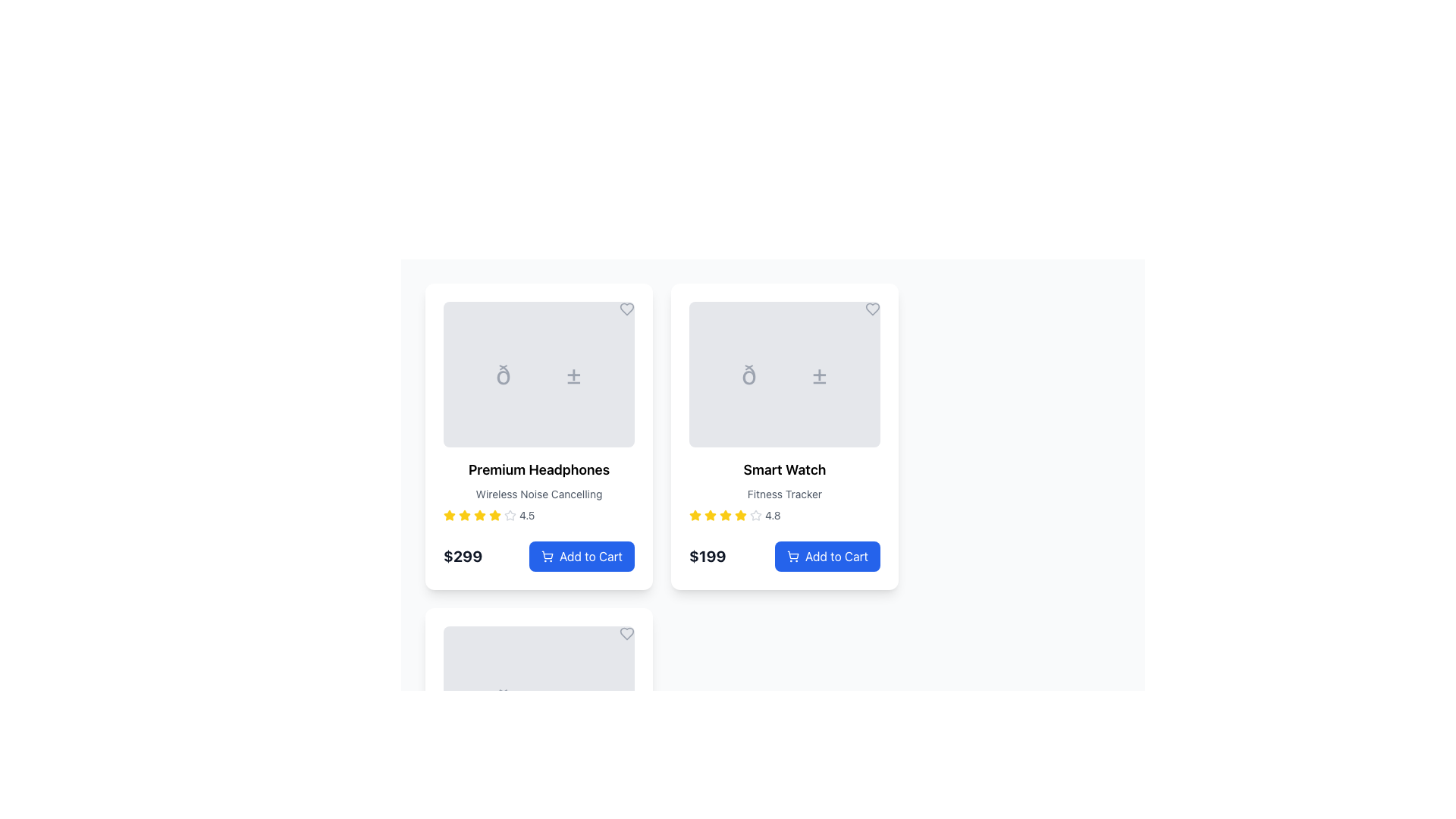 Image resolution: width=1456 pixels, height=819 pixels. I want to click on the second yellow star icon in the 5-star rating system under the product name 'Smart Watch', so click(709, 514).